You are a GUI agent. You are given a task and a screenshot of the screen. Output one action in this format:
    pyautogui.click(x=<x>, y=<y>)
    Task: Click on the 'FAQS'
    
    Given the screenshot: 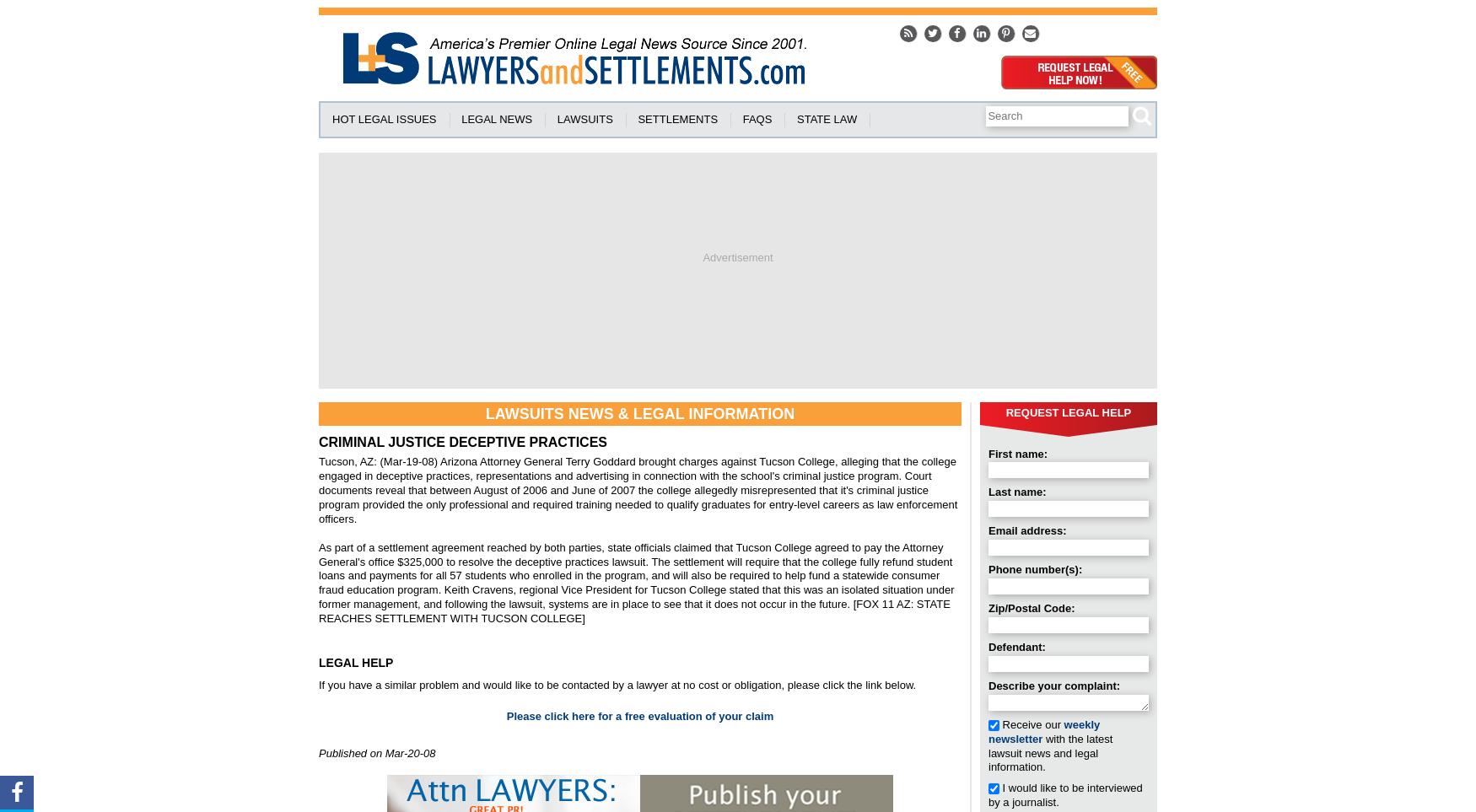 What is the action you would take?
    pyautogui.click(x=756, y=118)
    